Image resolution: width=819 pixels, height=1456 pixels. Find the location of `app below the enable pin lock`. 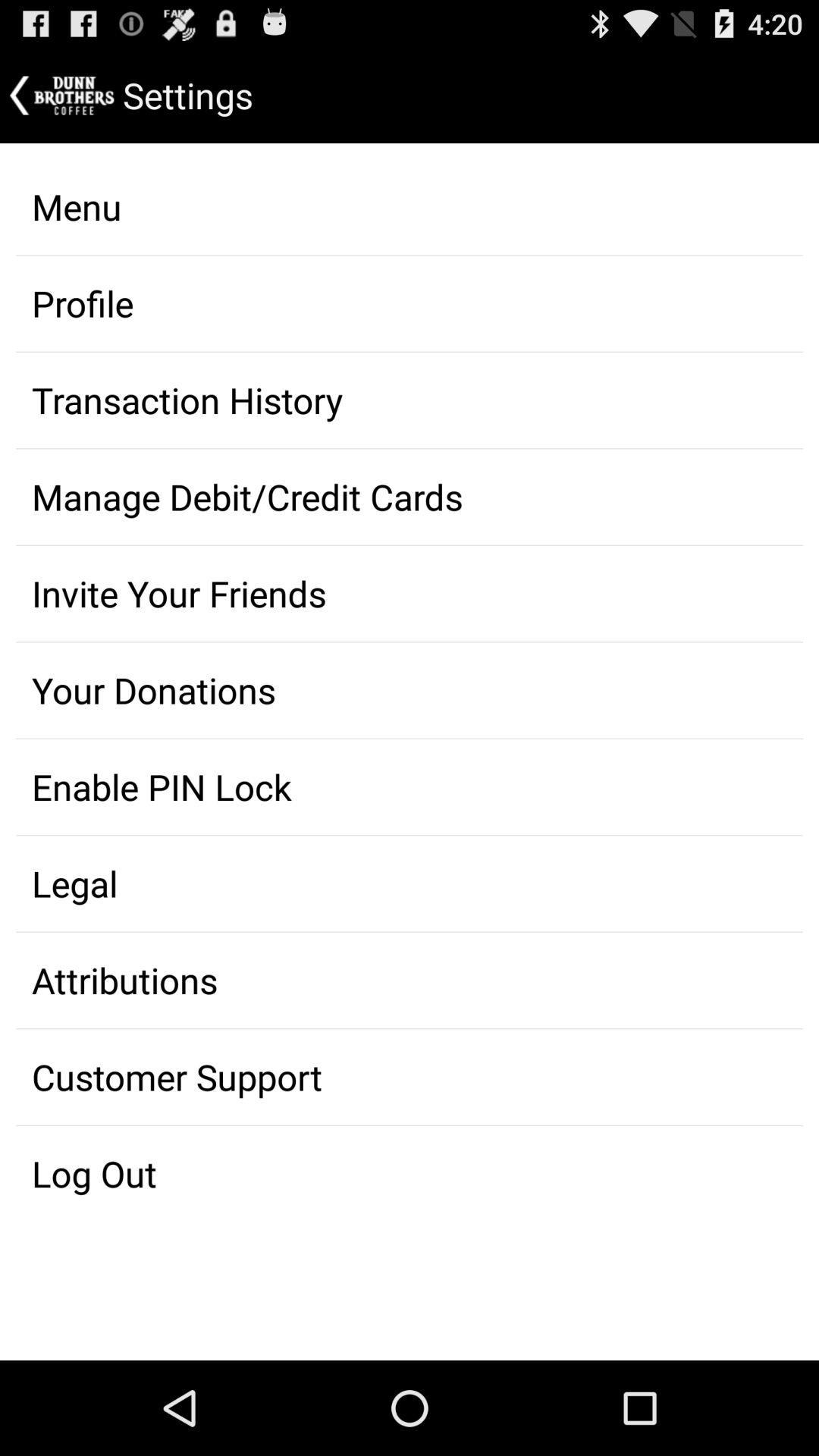

app below the enable pin lock is located at coordinates (409, 883).